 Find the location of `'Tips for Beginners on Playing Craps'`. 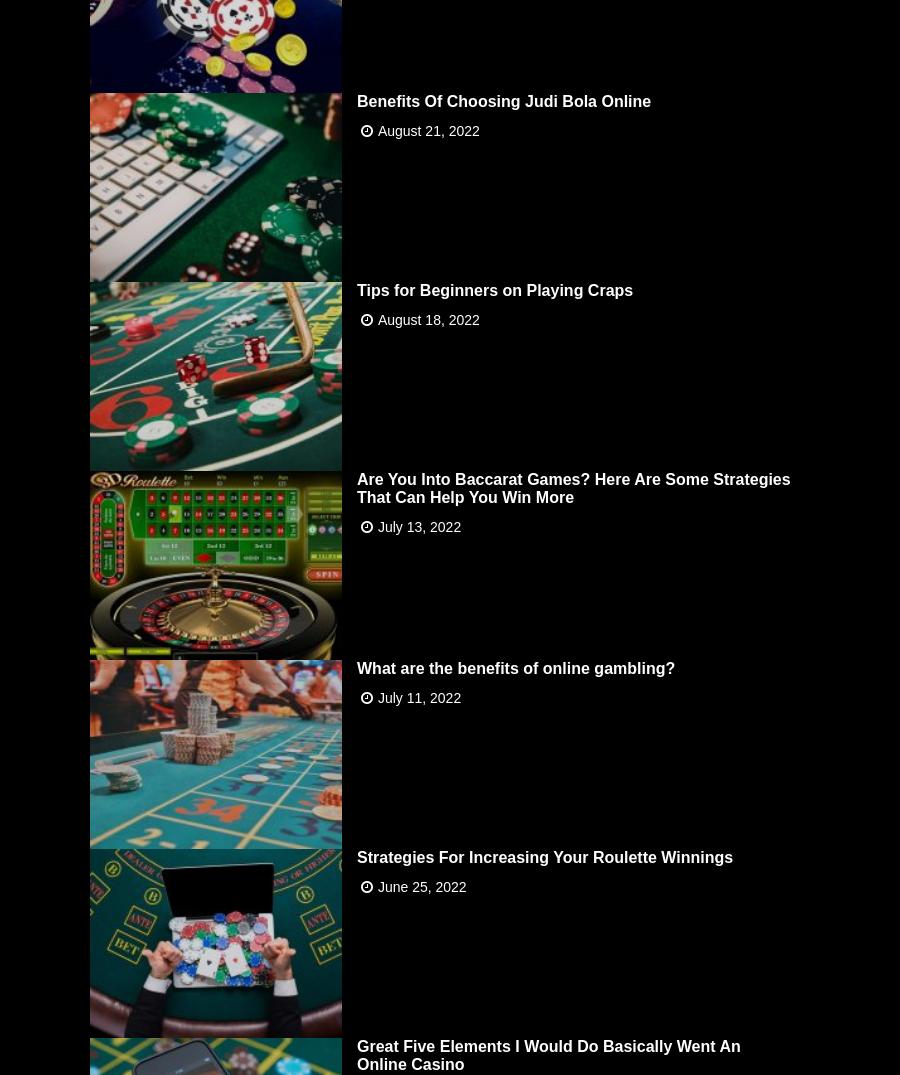

'Tips for Beginners on Playing Craps' is located at coordinates (494, 289).